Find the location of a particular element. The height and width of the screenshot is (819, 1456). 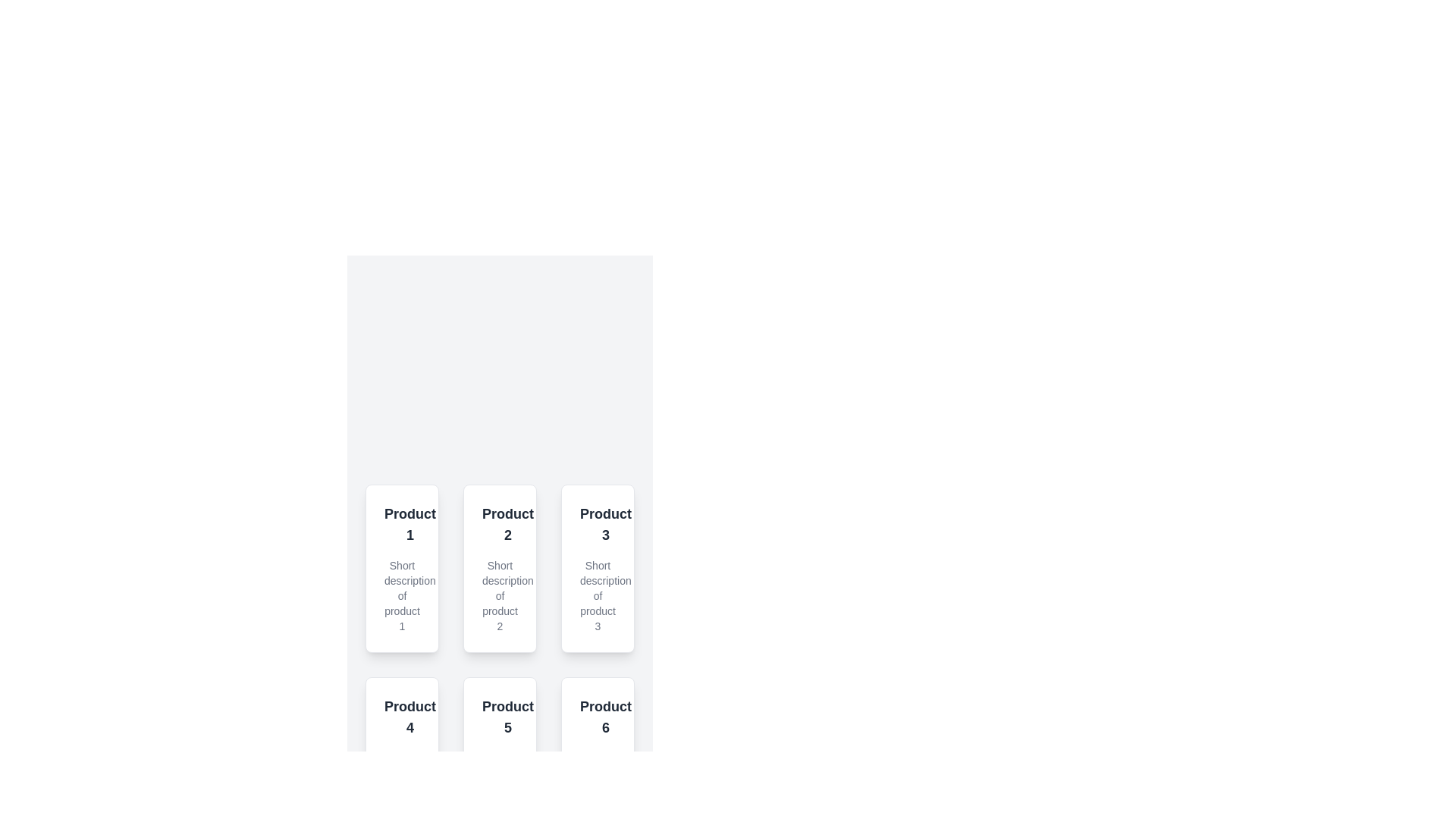

the 'Product 1' informational card located in the top-left corner of the grid is located at coordinates (402, 568).